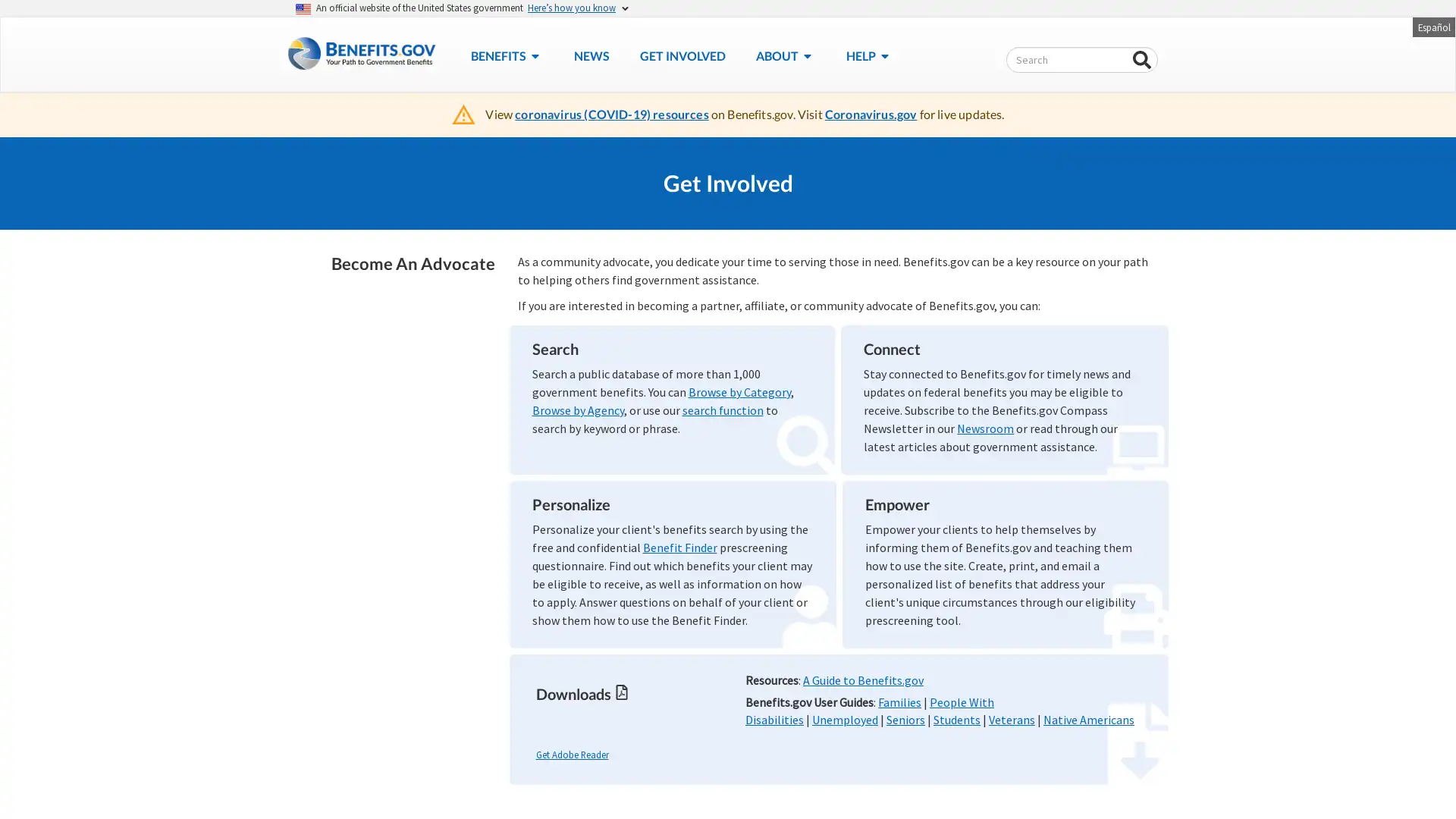 Image resolution: width=1456 pixels, height=819 pixels. What do you see at coordinates (681, 55) in the screenshot?
I see `GET INVOLVED` at bounding box center [681, 55].